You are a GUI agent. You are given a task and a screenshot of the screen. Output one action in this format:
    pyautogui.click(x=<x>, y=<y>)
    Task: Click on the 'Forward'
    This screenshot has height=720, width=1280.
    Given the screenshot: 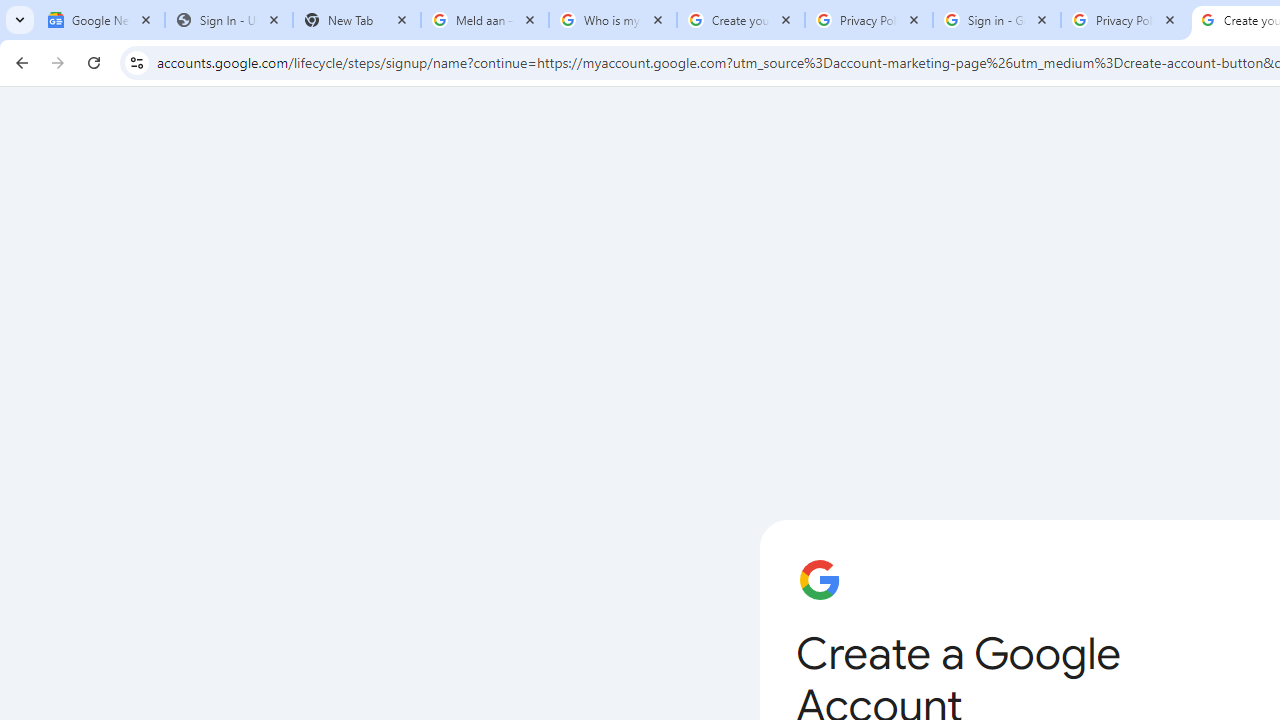 What is the action you would take?
    pyautogui.click(x=58, y=61)
    